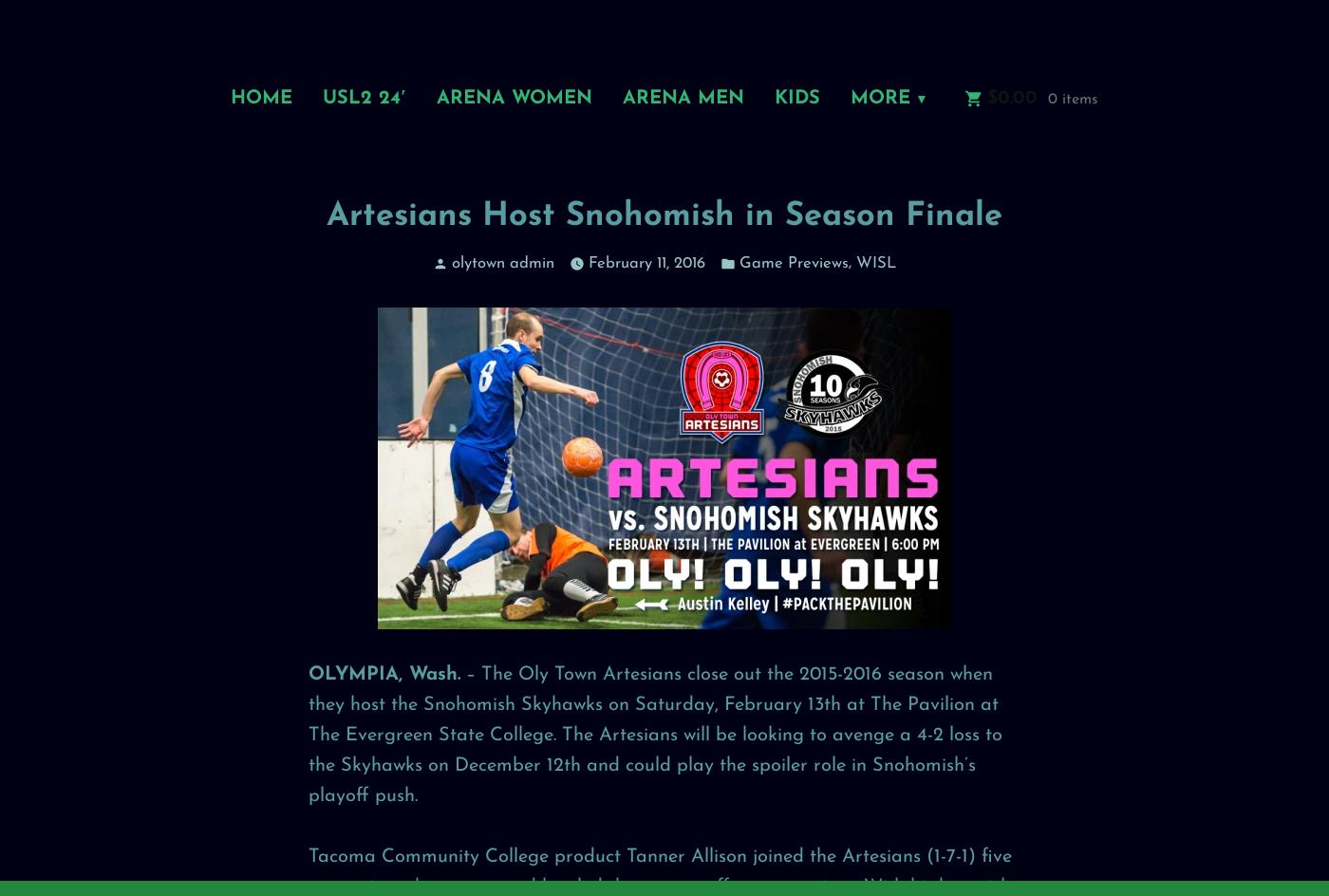  I want to click on '$', so click(991, 96).